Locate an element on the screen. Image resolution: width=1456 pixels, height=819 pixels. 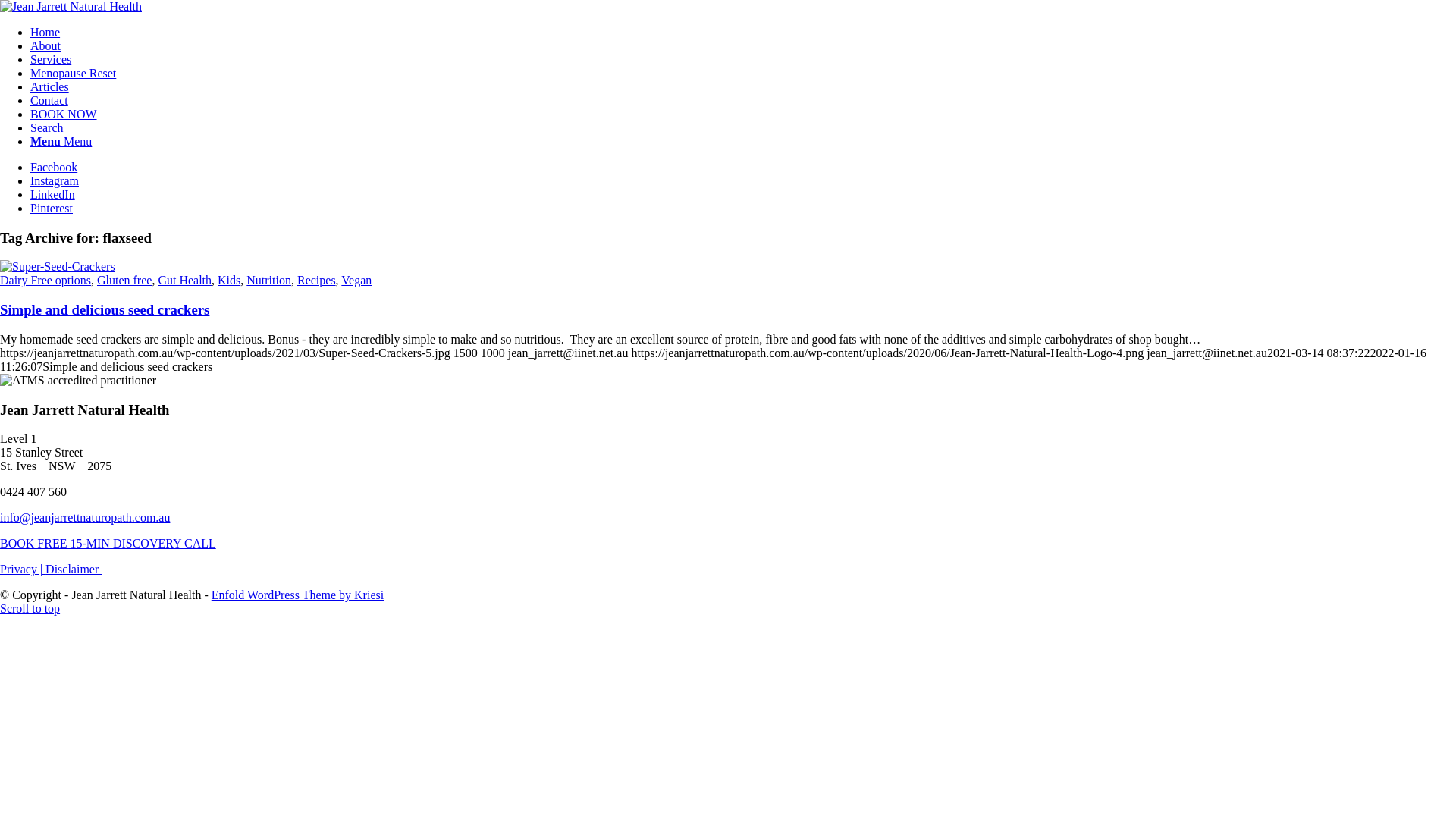
'Articles' is located at coordinates (30, 86).